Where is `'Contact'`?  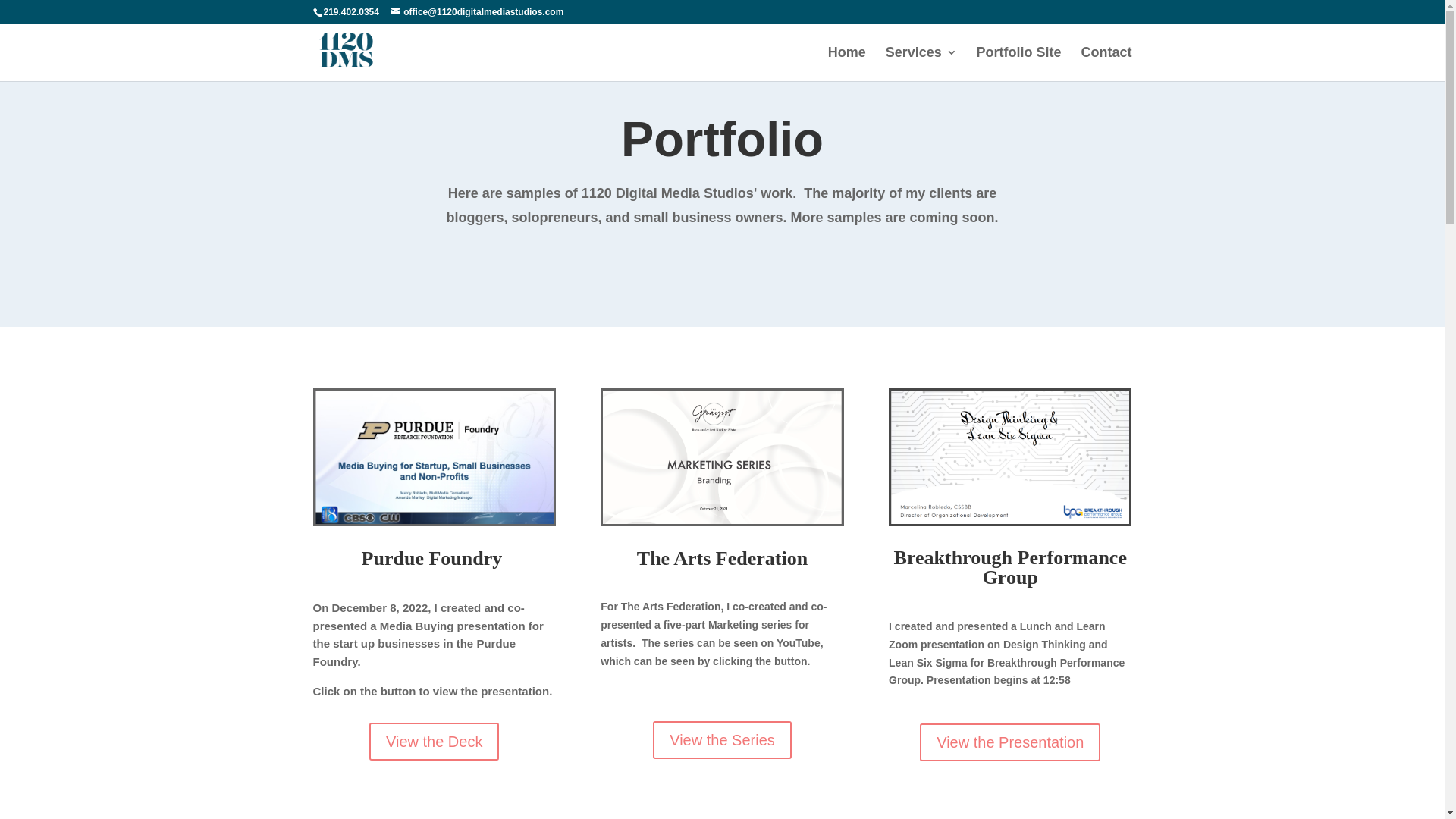
'Contact' is located at coordinates (1106, 63).